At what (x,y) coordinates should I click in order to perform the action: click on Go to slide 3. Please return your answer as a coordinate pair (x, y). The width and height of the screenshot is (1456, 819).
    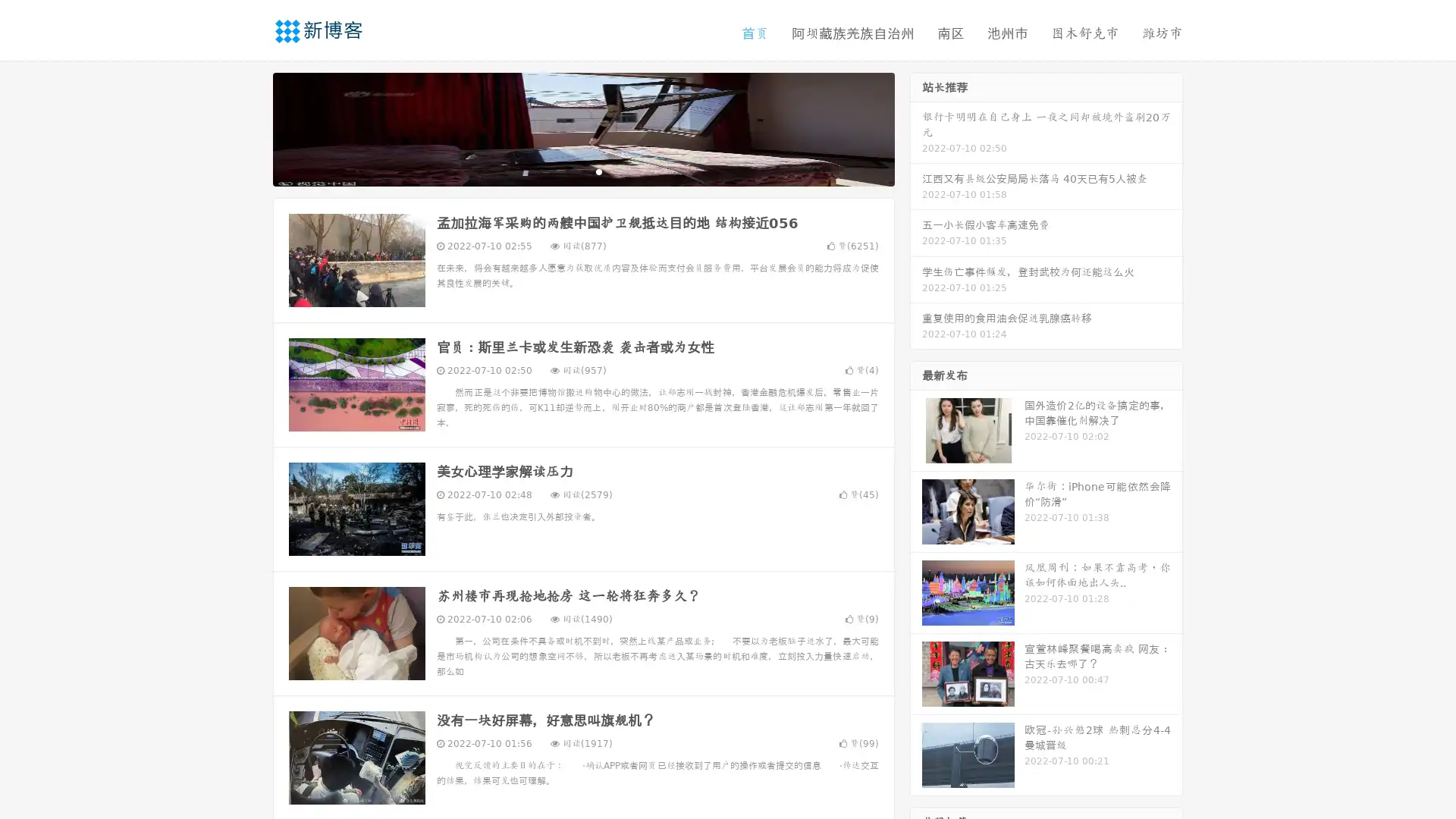
    Looking at the image, I should click on (598, 171).